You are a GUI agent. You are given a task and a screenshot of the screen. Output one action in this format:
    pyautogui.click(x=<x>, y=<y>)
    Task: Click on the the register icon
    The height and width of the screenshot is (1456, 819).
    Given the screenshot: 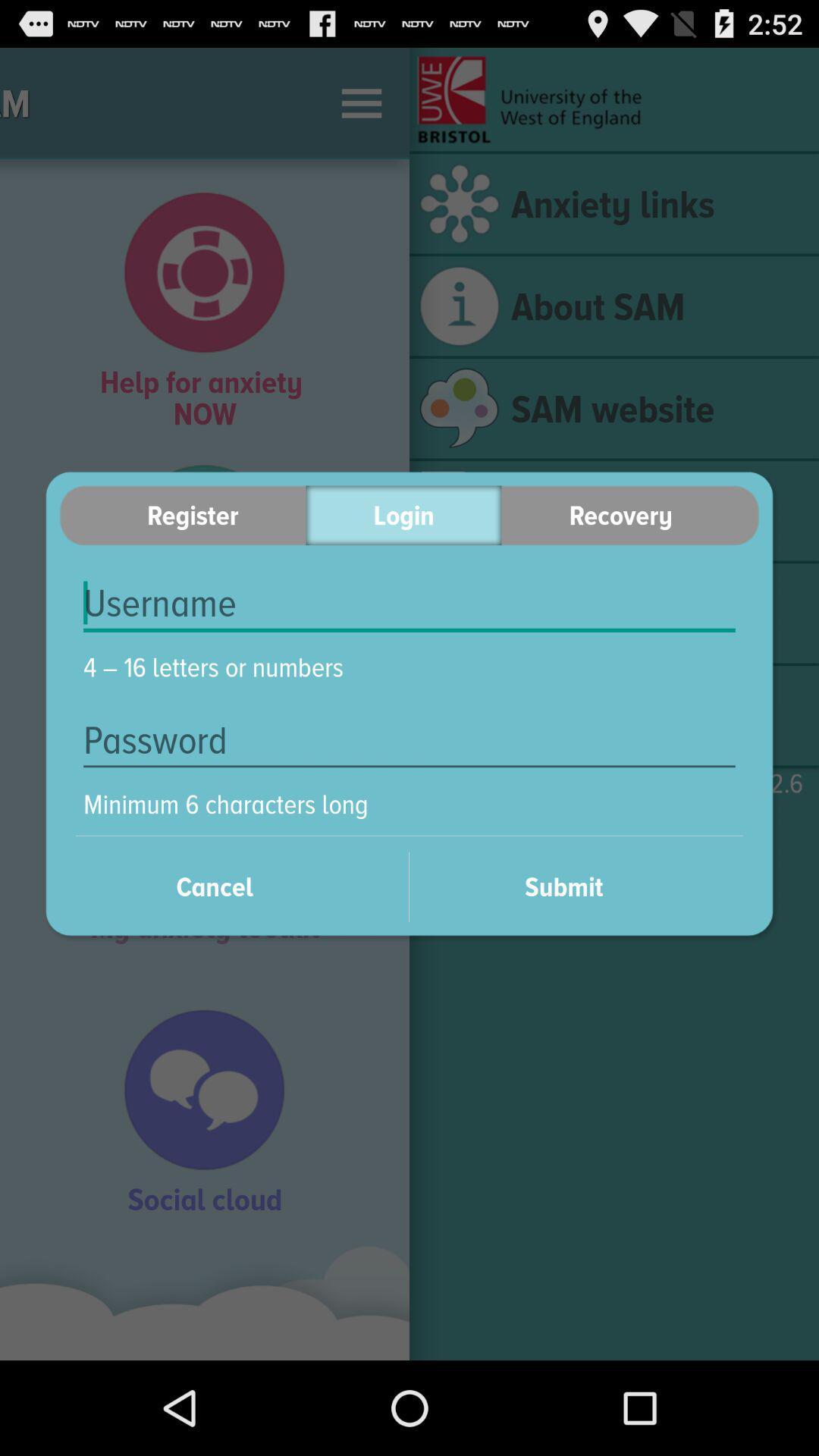 What is the action you would take?
    pyautogui.click(x=182, y=515)
    